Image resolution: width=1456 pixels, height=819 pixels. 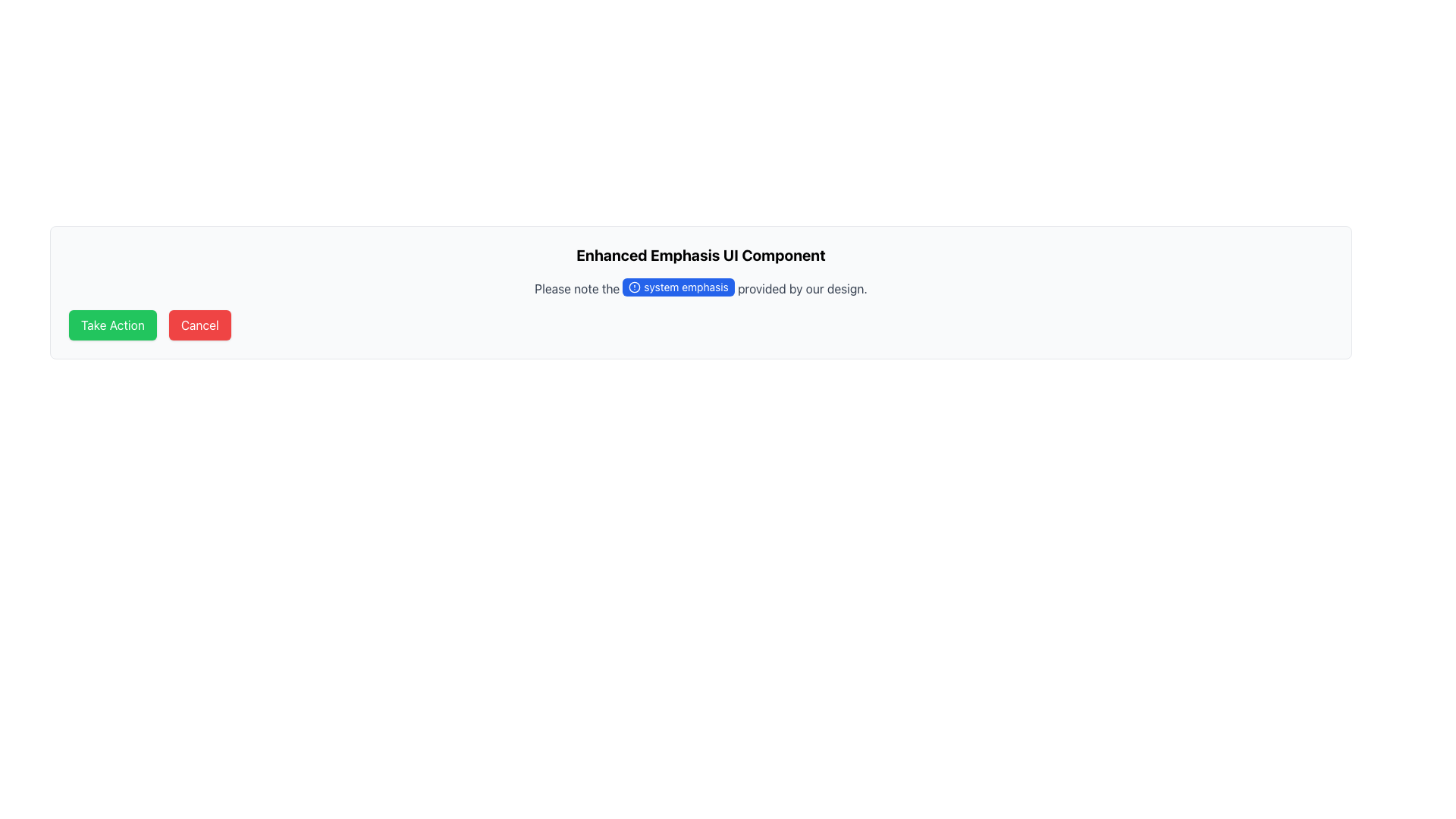 I want to click on the SVG Circle element, which is a circular outline located to the left of the text 'system emphasis' under the heading 'Enhanced Emphasis UI Component.', so click(x=635, y=287).